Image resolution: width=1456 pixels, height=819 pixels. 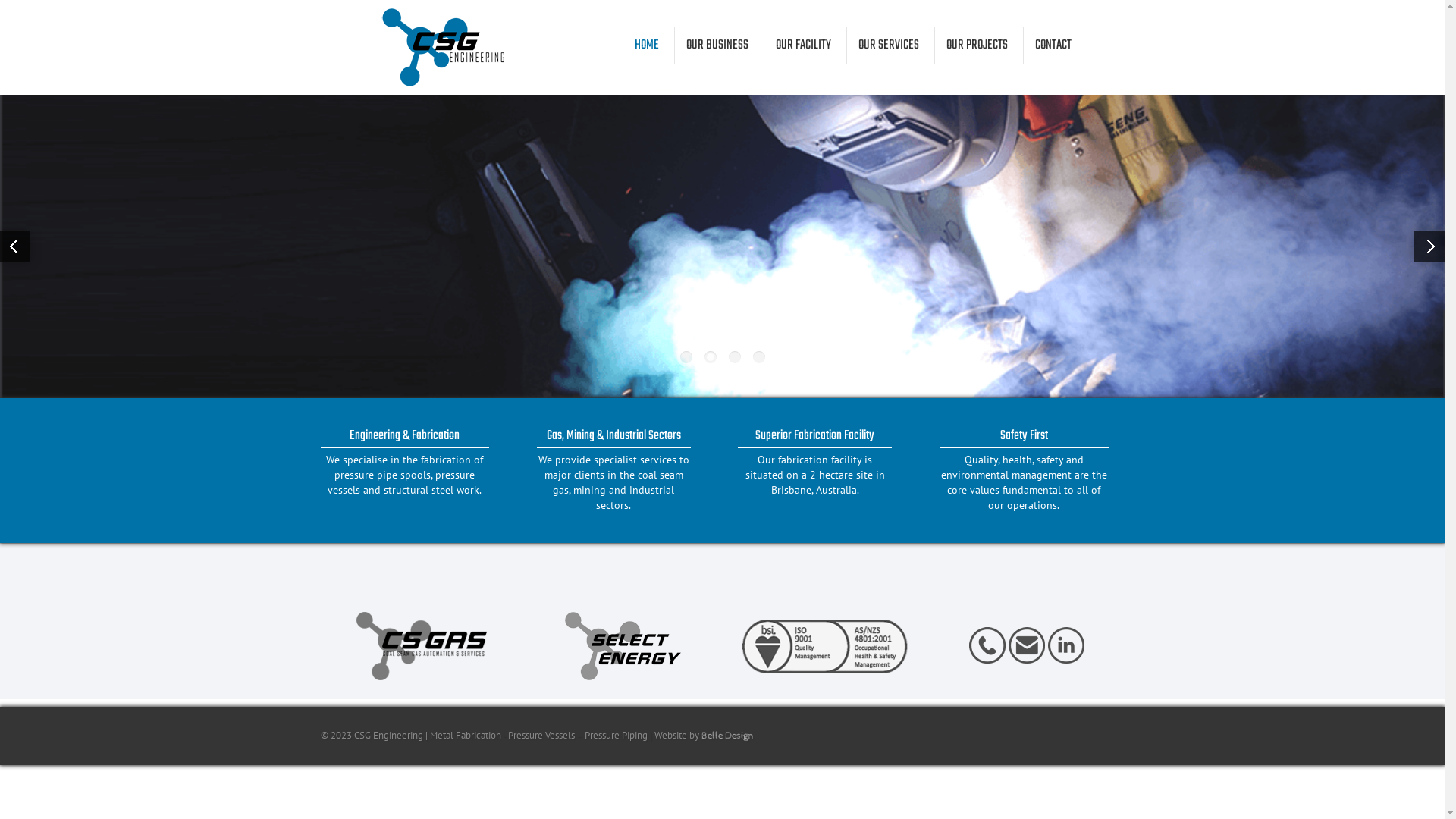 I want to click on 'Next', so click(x=1429, y=245).